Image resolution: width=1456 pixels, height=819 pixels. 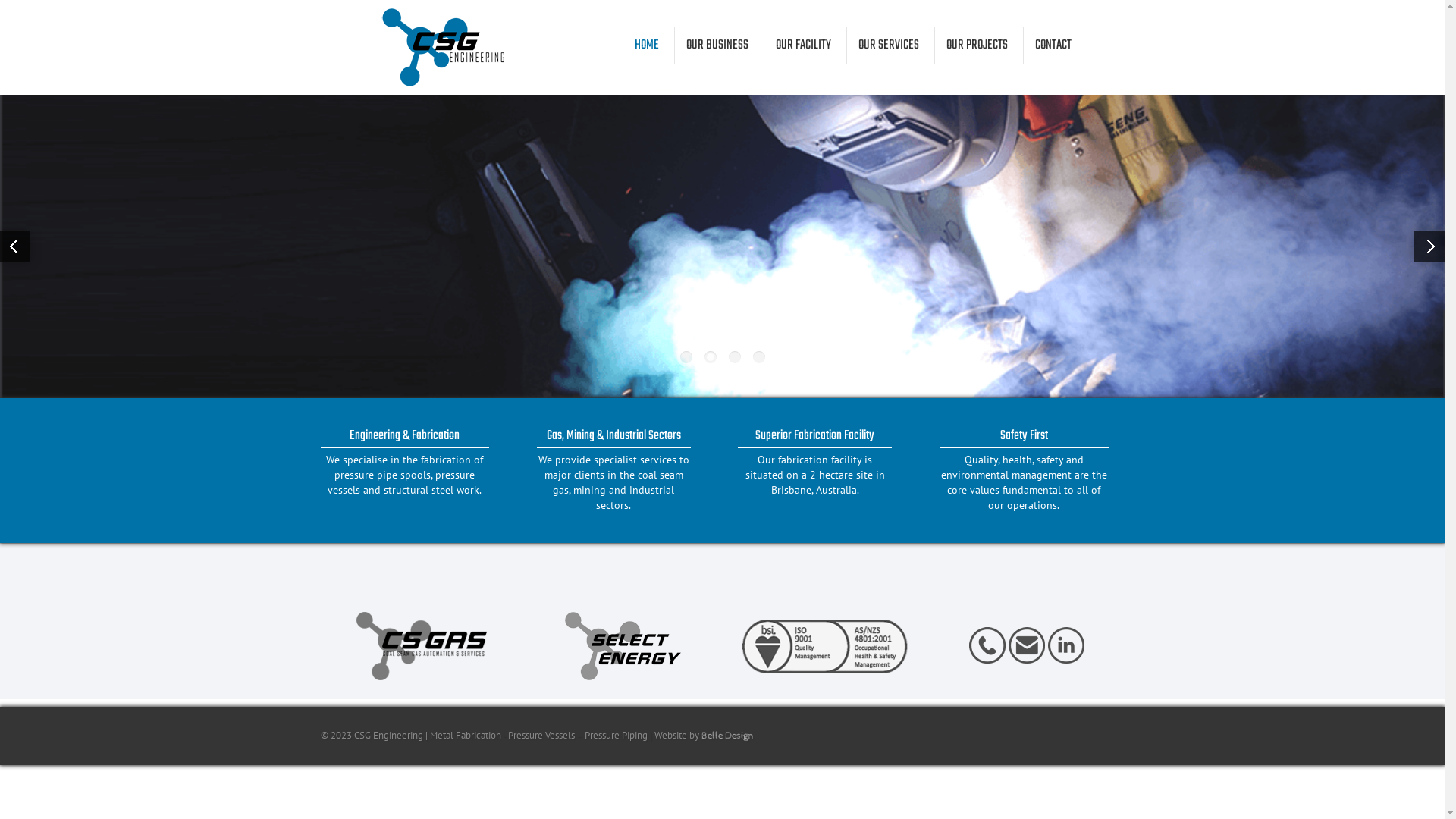 I want to click on 'Next', so click(x=1429, y=245).